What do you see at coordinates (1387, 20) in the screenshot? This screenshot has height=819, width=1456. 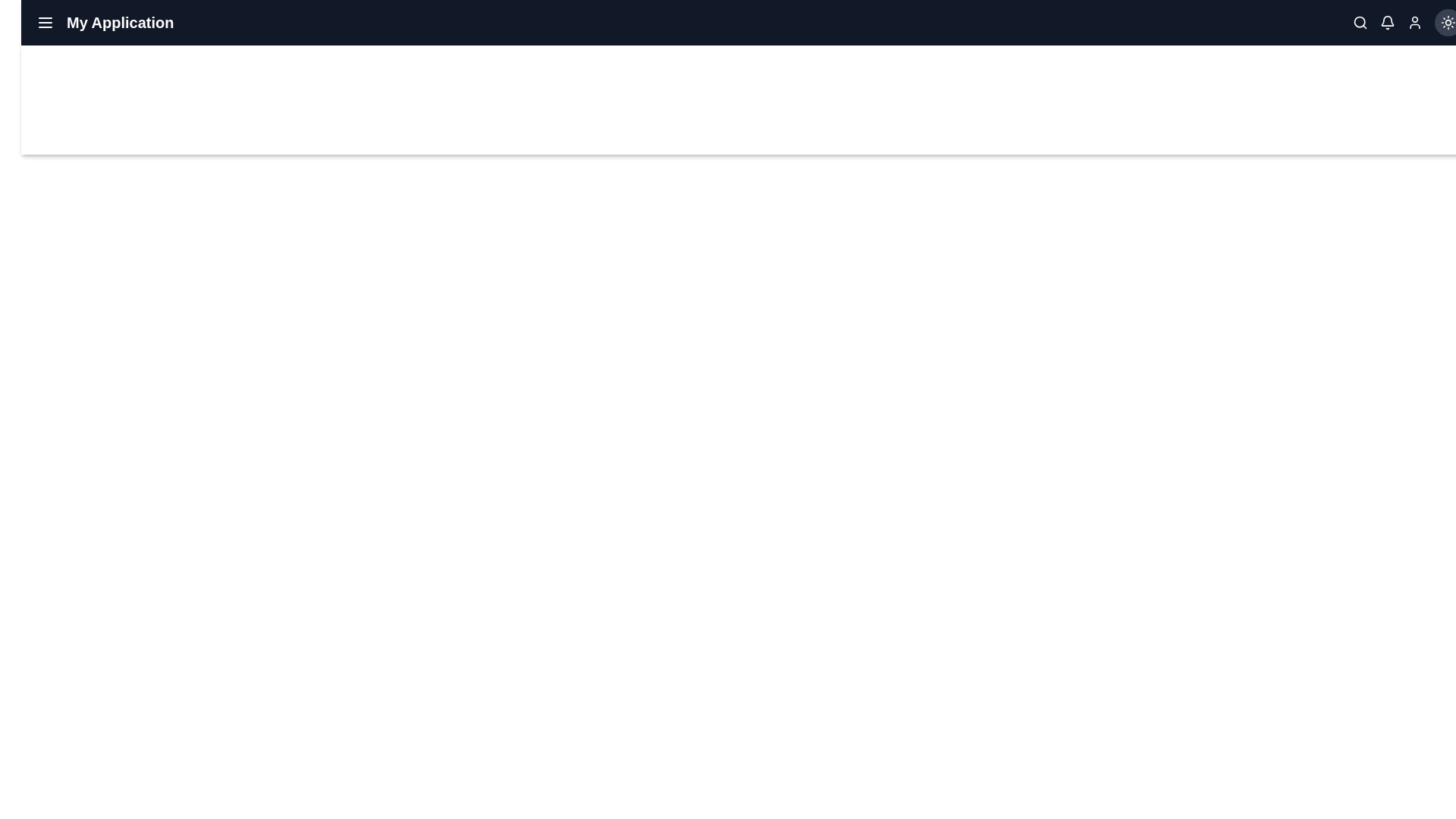 I see `the Notification bell icon located at the top-right portion of the interface` at bounding box center [1387, 20].